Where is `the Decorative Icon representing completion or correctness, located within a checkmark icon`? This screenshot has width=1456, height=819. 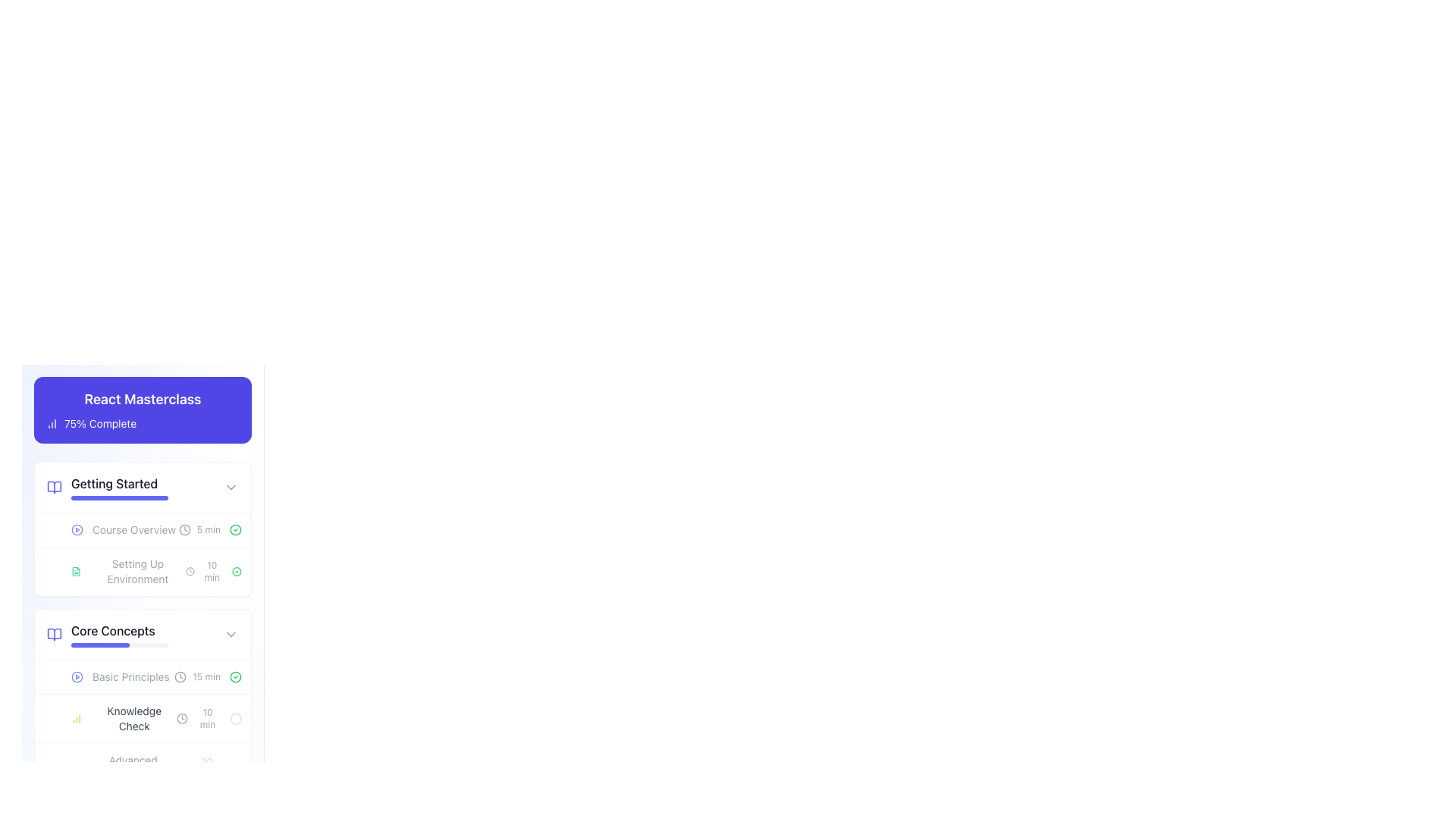
the Decorative Icon representing completion or correctness, located within a checkmark icon is located at coordinates (235, 676).